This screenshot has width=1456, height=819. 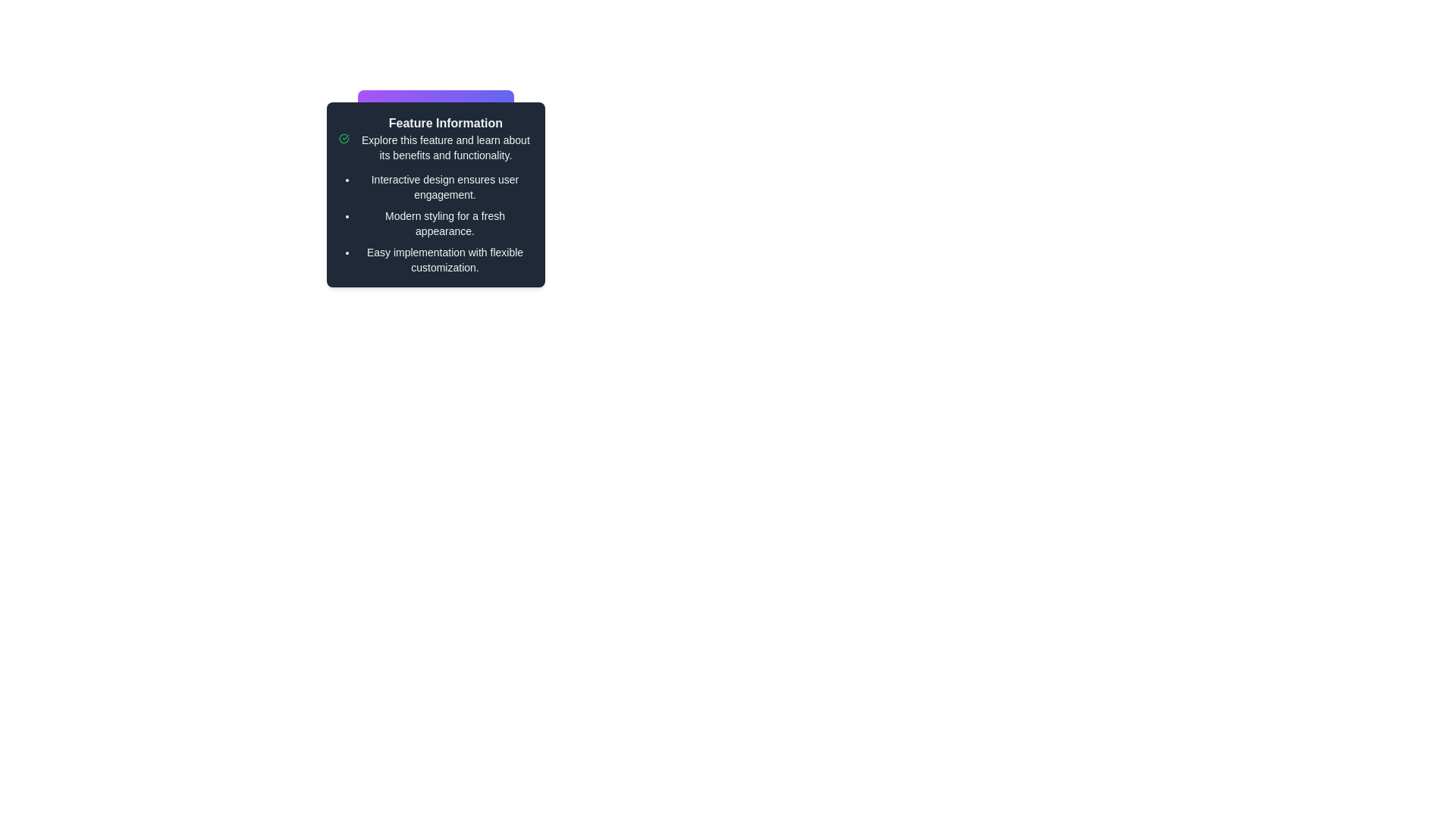 I want to click on the unordered list element located centrally within the modal under the title 'Feature Information' and description text, so click(x=444, y=223).